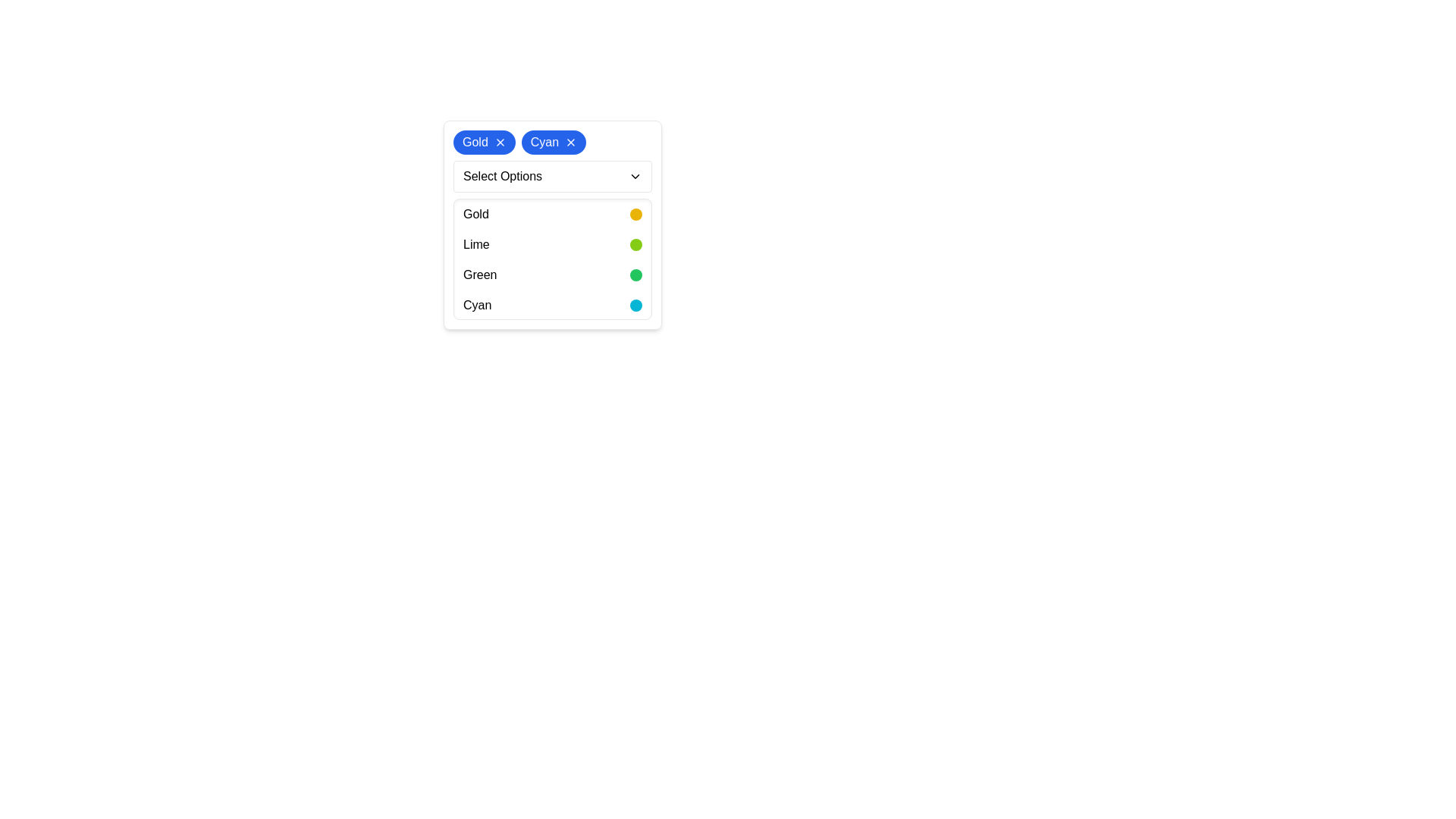  I want to click on the first list item labeled 'Gold' by pressing or tapping on it, so click(552, 214).